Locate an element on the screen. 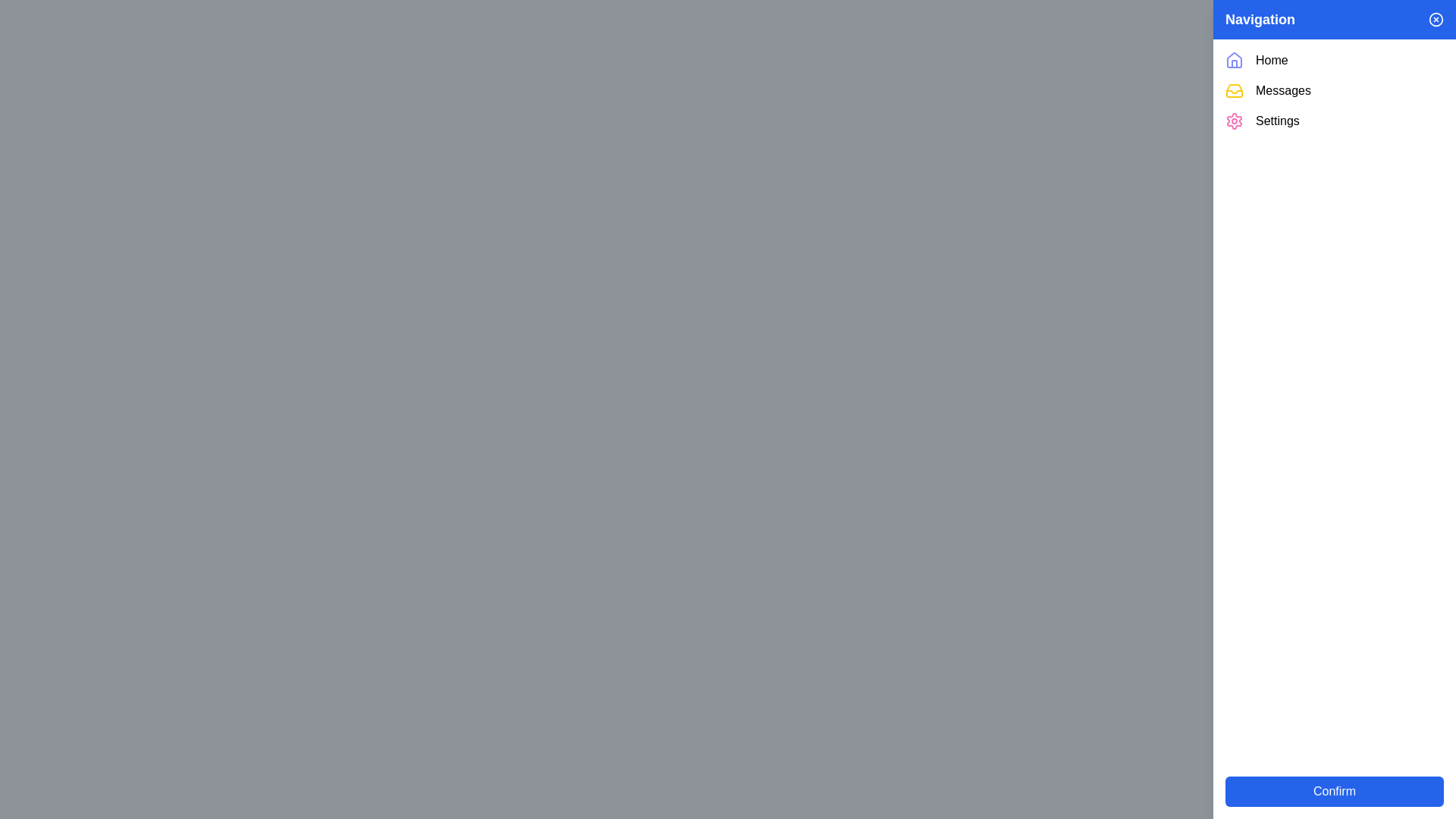 Image resolution: width=1456 pixels, height=819 pixels. the 'Home' text label in the vertical navigation menu, located to the right of the interface, next to the house icon is located at coordinates (1272, 60).